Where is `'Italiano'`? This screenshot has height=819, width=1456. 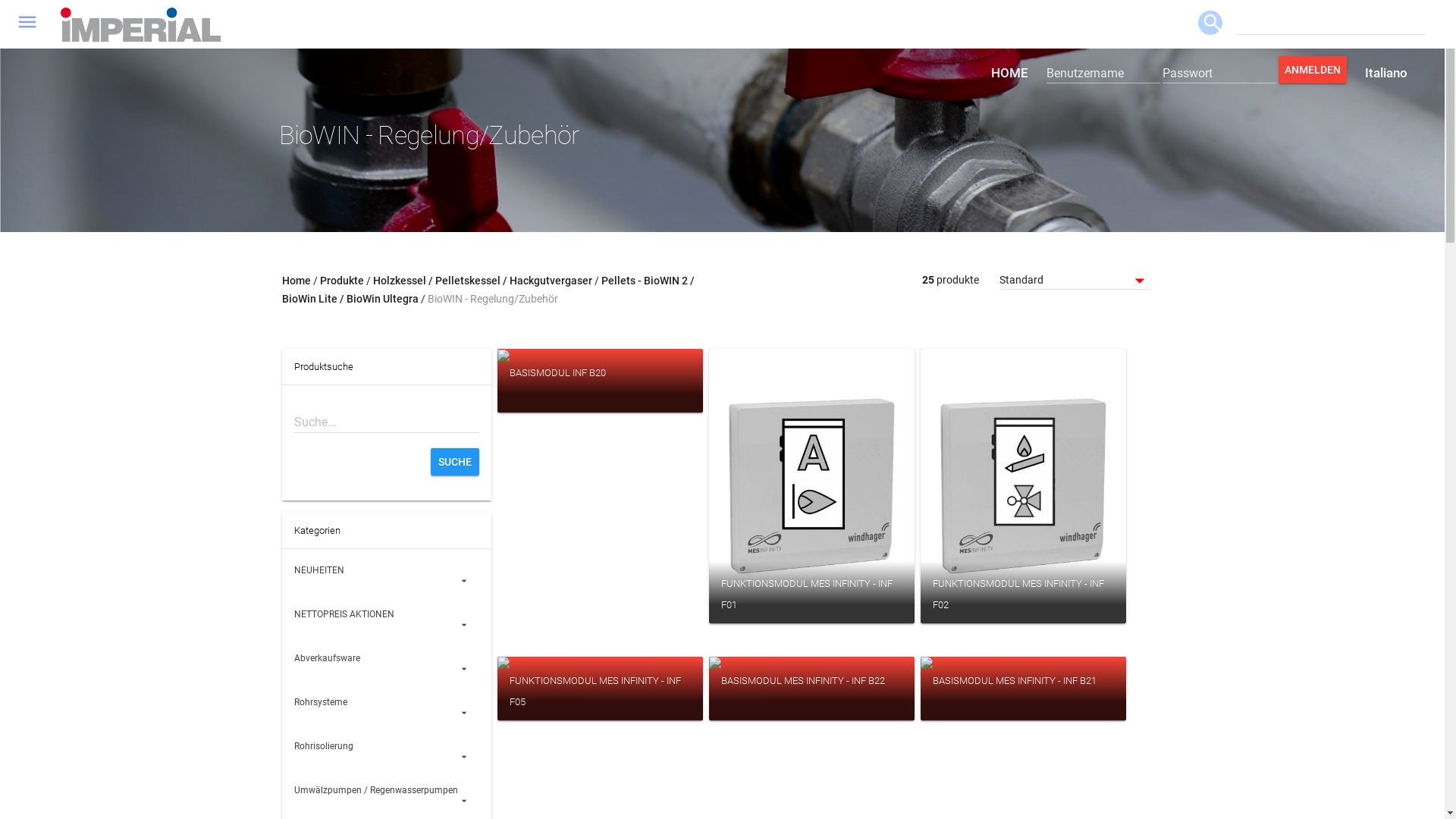
'Italiano' is located at coordinates (1347, 73).